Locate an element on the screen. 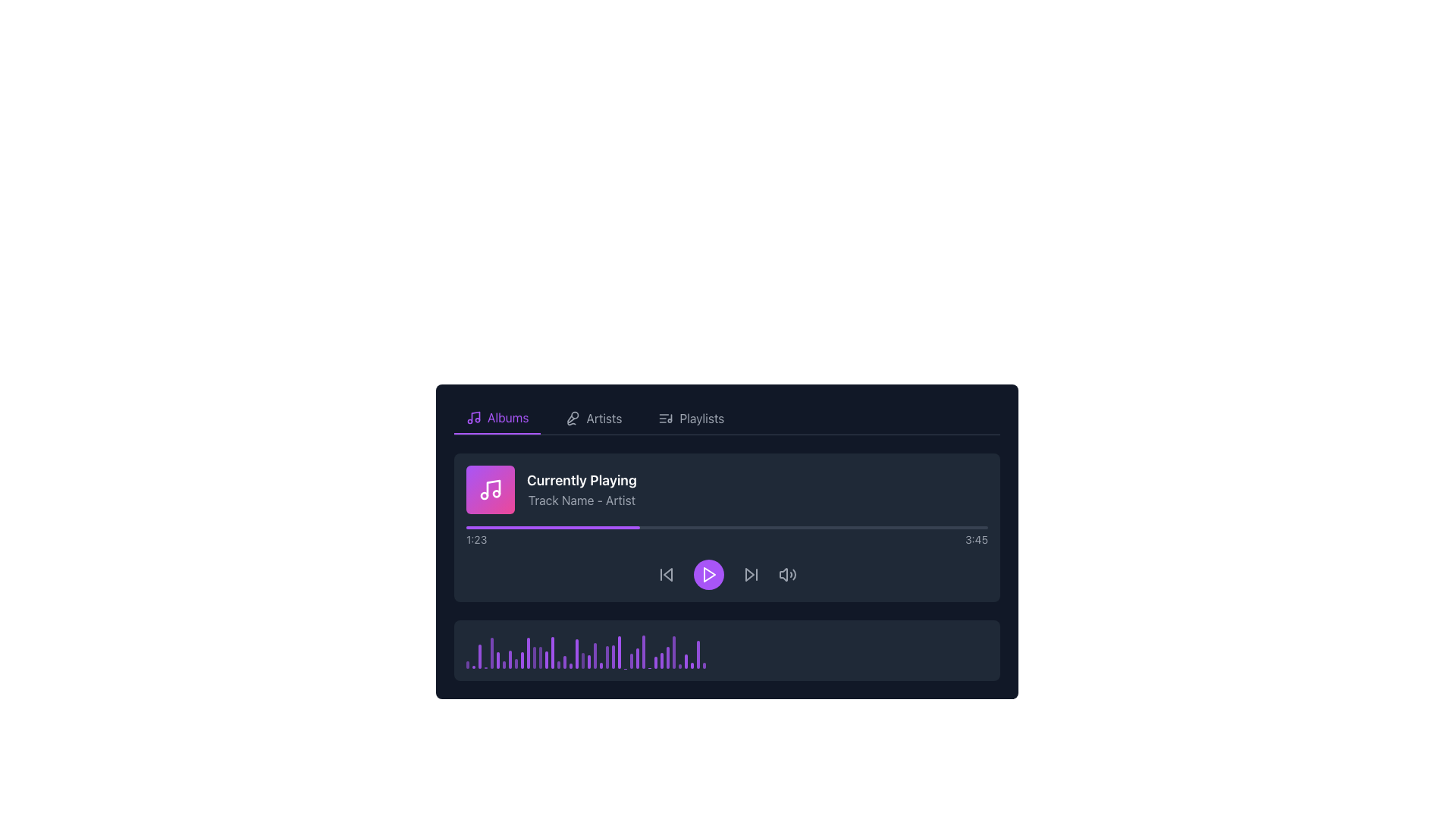  the third wave line from the left within the decorative vector graphic in the bottom section of the media controls interface is located at coordinates (793, 575).